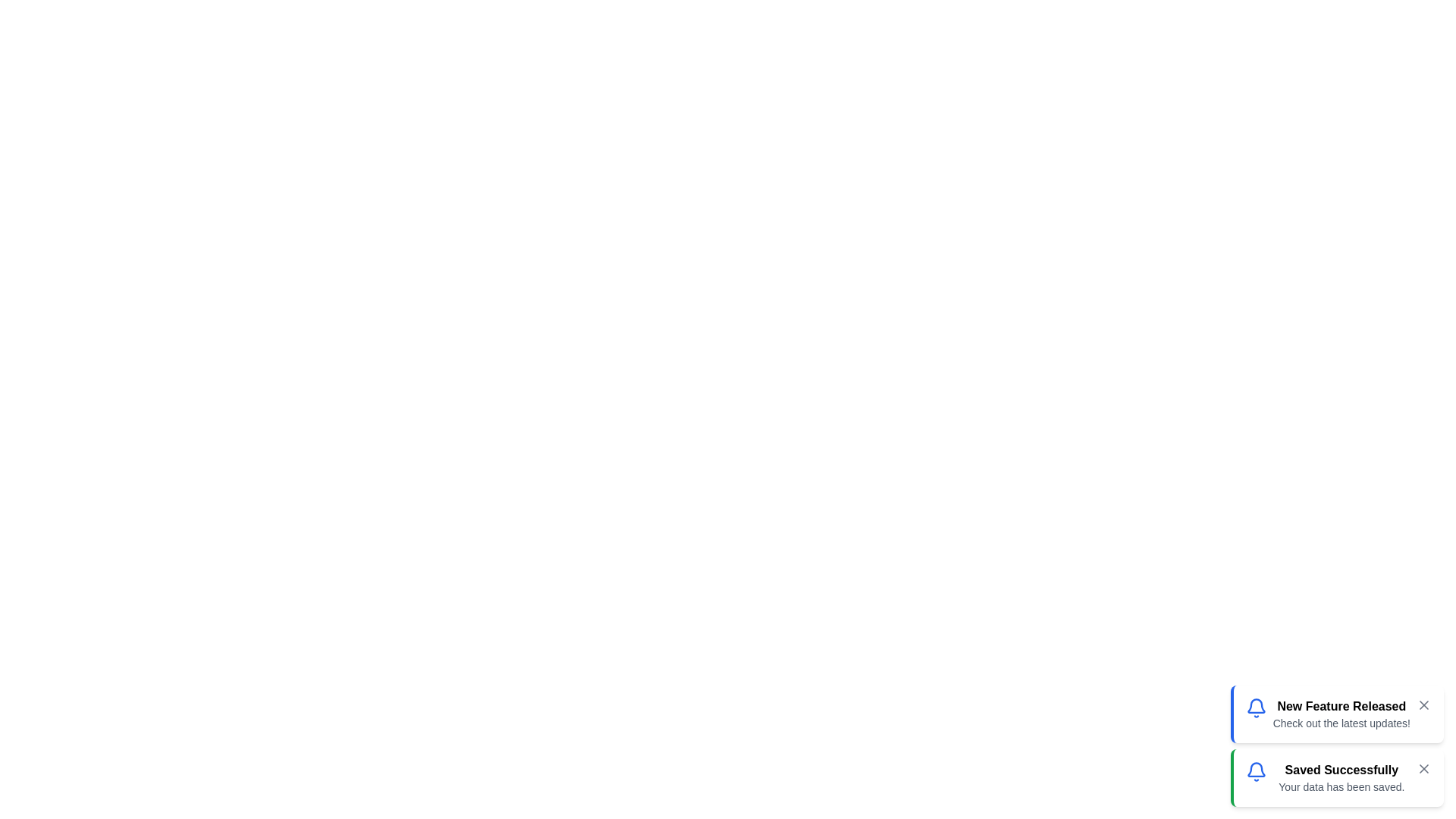 The image size is (1456, 819). I want to click on message displayed in the text label saying 'Your data has been saved.' which is styled in a smaller, lighter gray font within a notification card, so click(1341, 786).